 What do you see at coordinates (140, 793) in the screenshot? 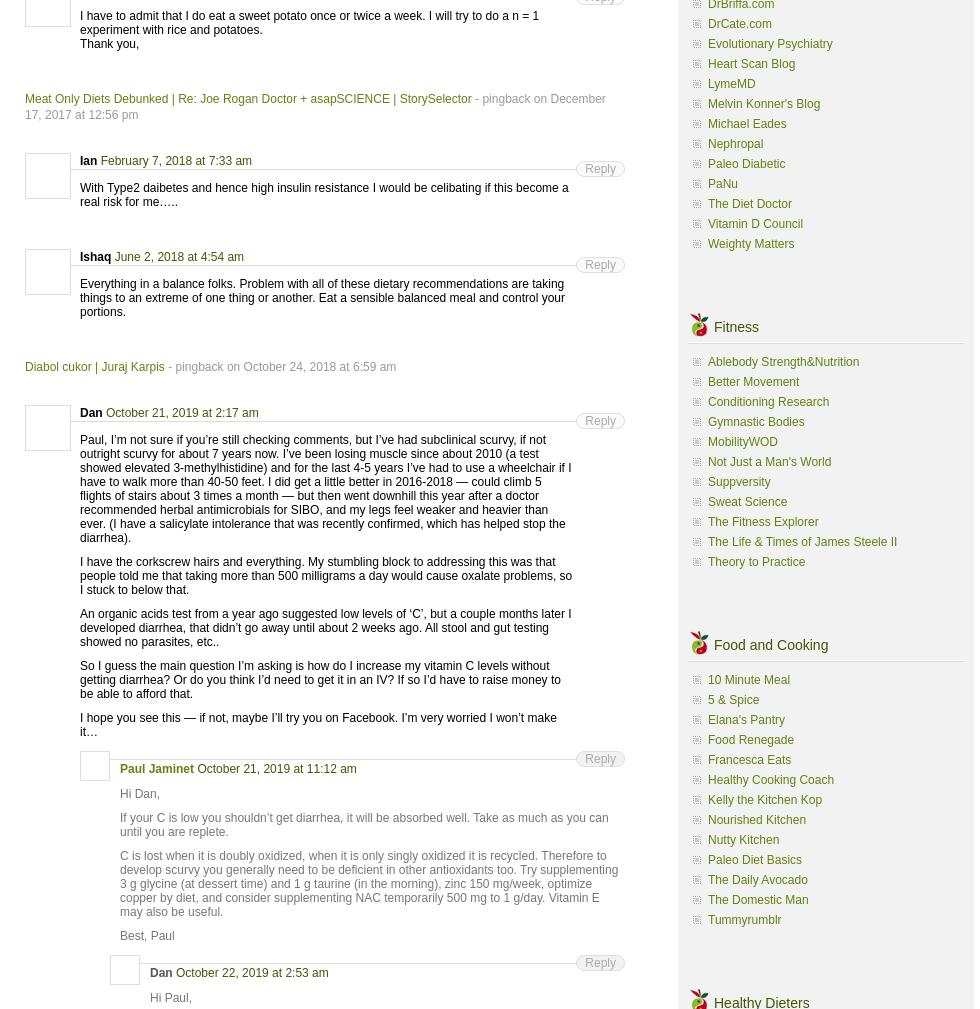
I see `'Hi Dan,'` at bounding box center [140, 793].